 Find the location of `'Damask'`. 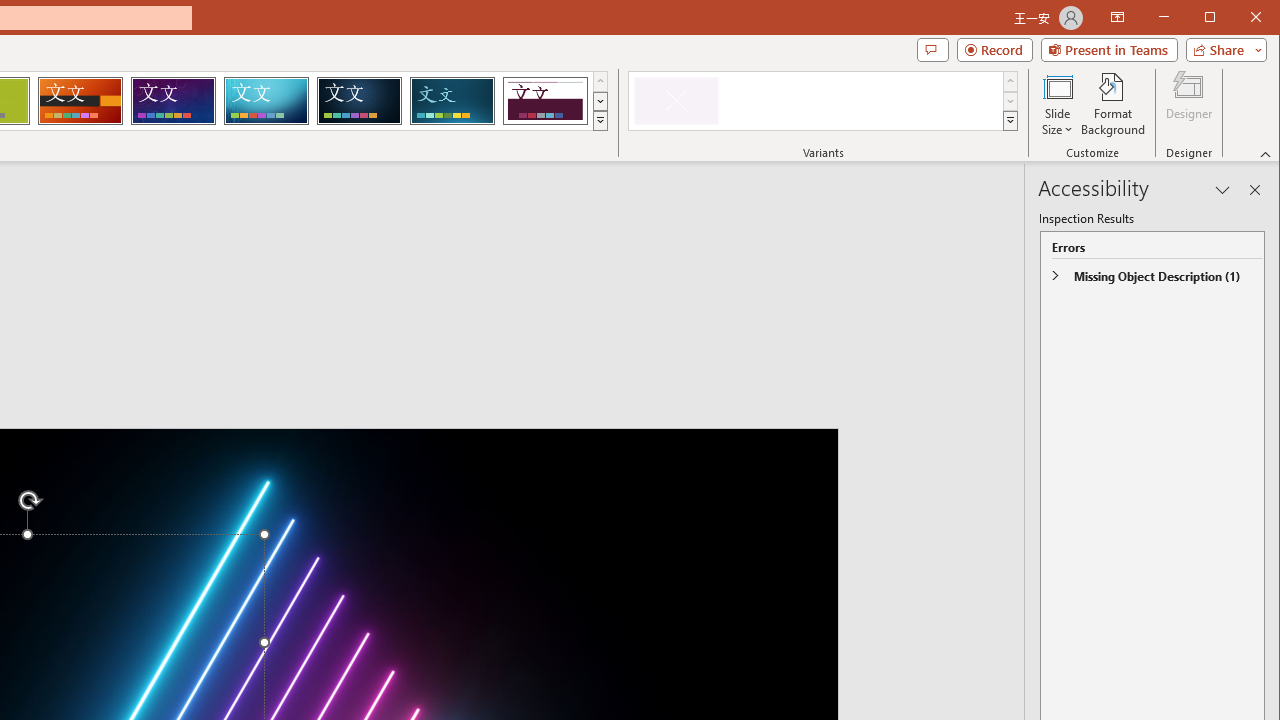

'Damask' is located at coordinates (359, 100).